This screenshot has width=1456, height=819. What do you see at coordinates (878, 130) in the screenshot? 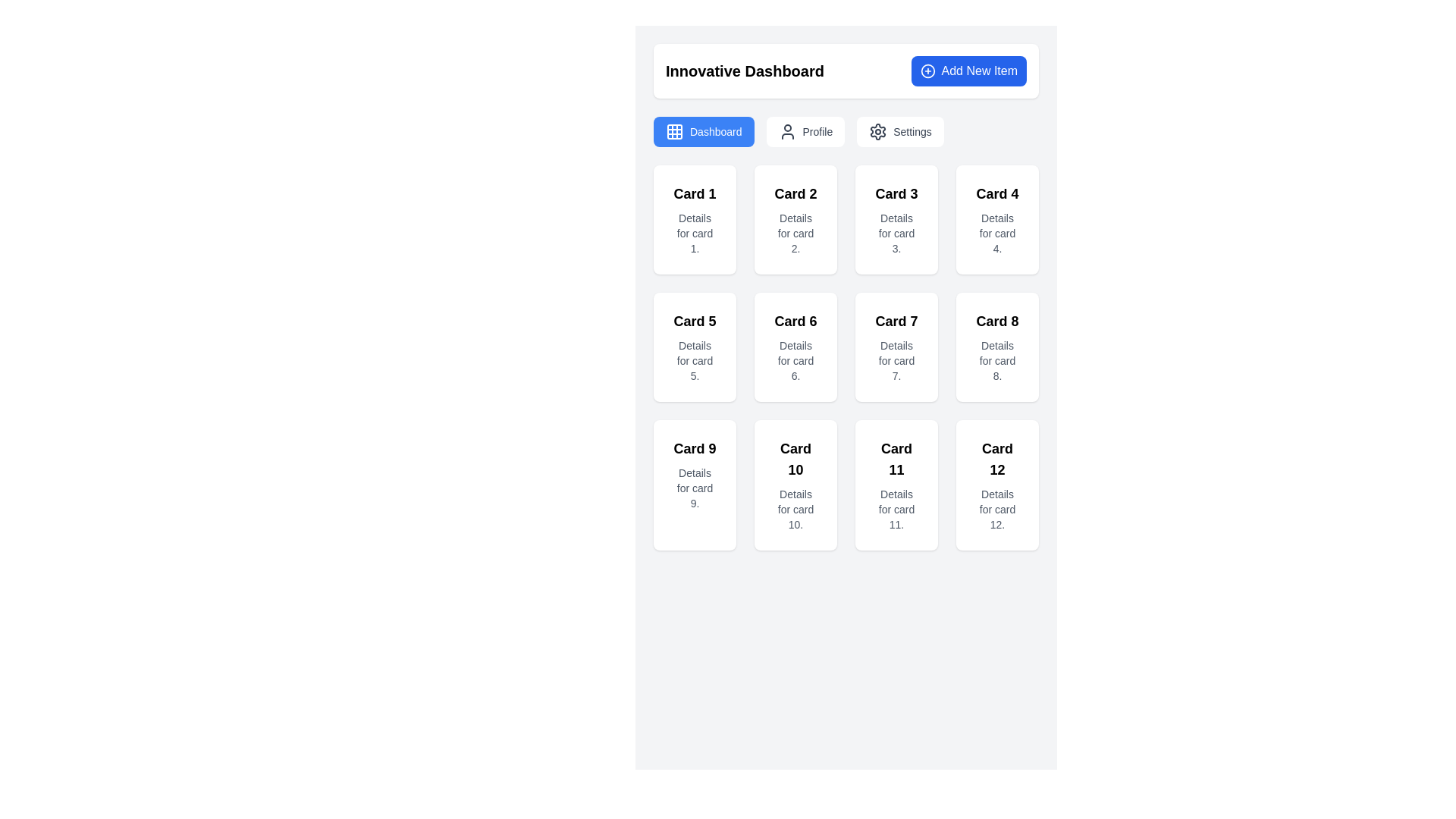
I see `the settings icon located at the rightmost position of the top navigation bar` at bounding box center [878, 130].